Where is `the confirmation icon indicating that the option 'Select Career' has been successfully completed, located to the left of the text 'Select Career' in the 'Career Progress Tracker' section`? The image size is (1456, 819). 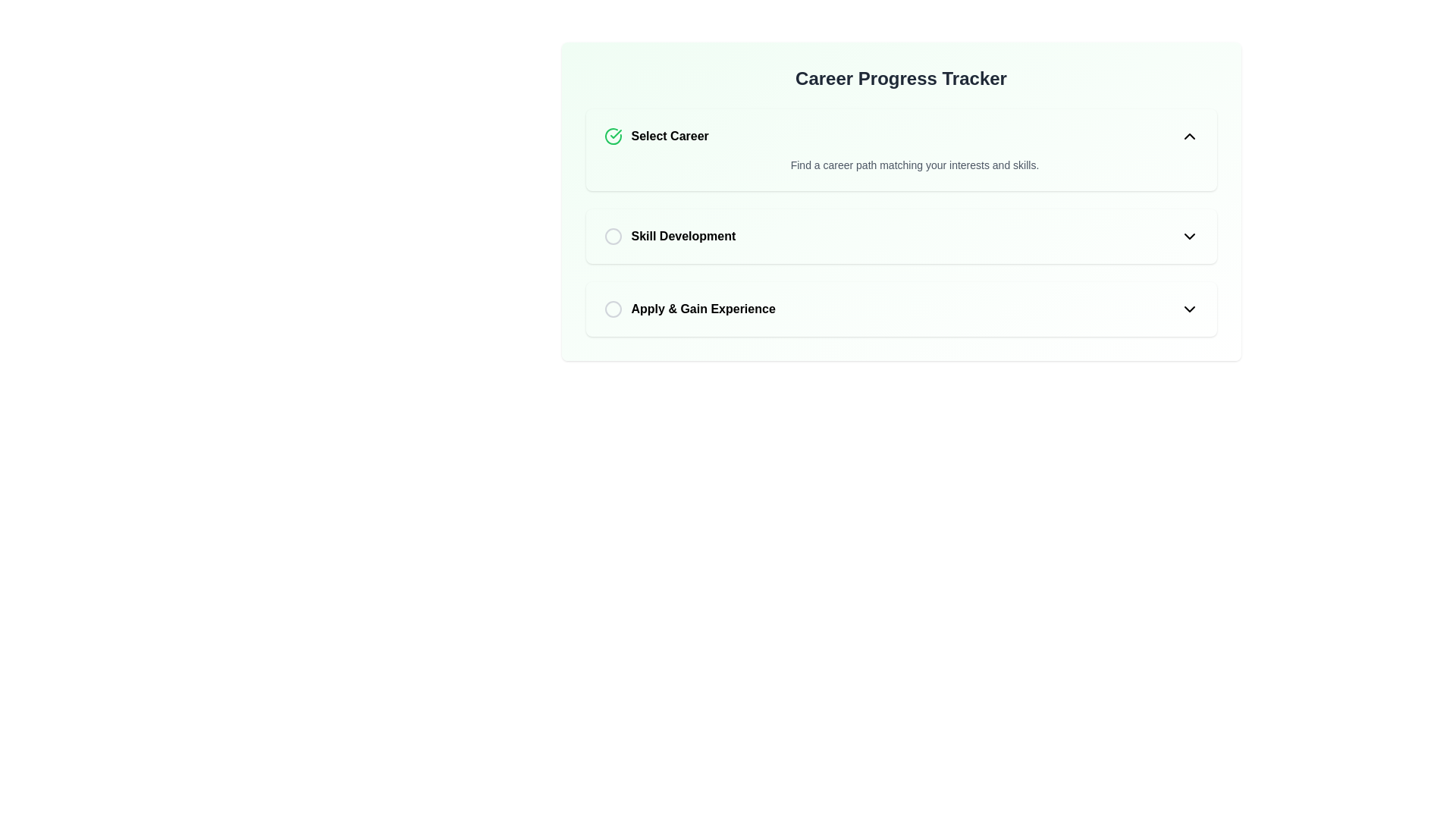 the confirmation icon indicating that the option 'Select Career' has been successfully completed, located to the left of the text 'Select Career' in the 'Career Progress Tracker' section is located at coordinates (613, 136).